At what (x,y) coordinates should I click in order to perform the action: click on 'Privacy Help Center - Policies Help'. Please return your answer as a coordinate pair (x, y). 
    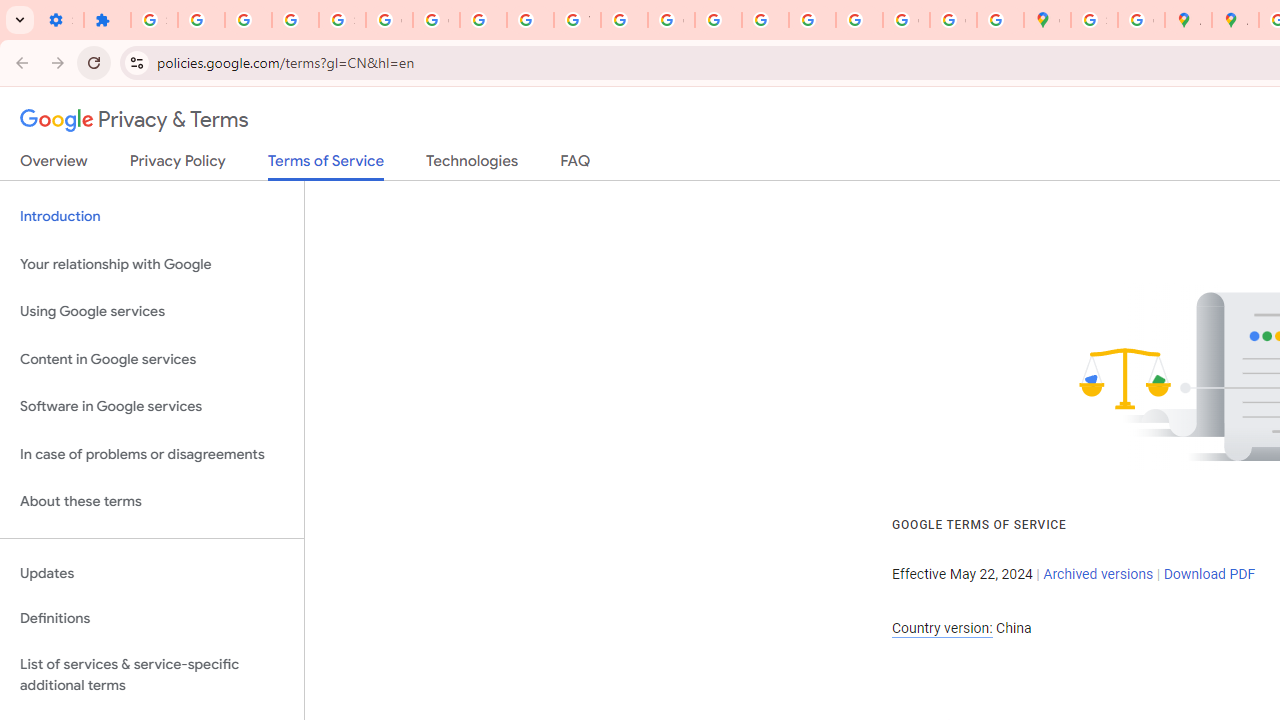
    Looking at the image, I should click on (718, 20).